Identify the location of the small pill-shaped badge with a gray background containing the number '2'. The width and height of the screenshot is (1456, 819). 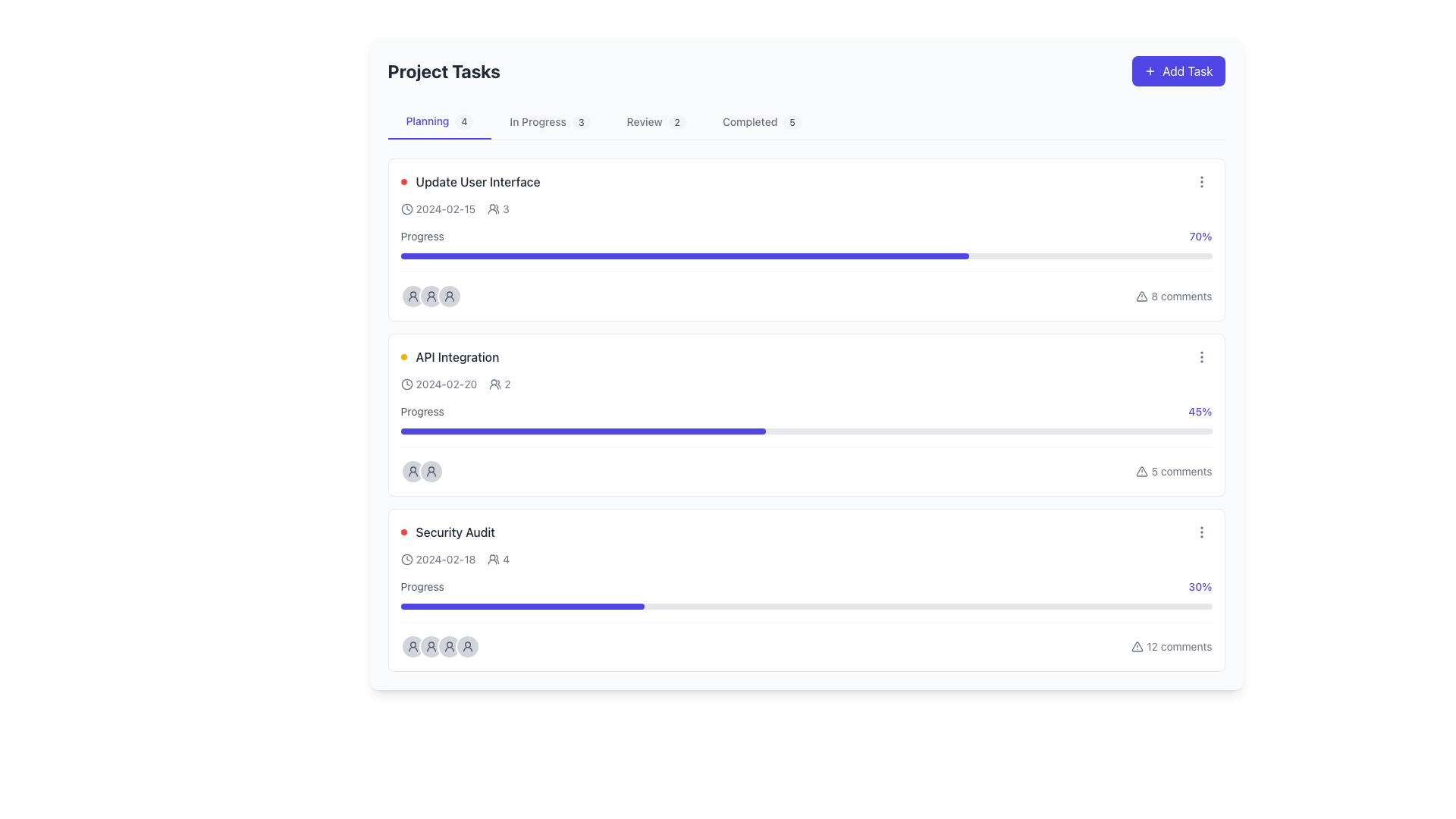
(676, 121).